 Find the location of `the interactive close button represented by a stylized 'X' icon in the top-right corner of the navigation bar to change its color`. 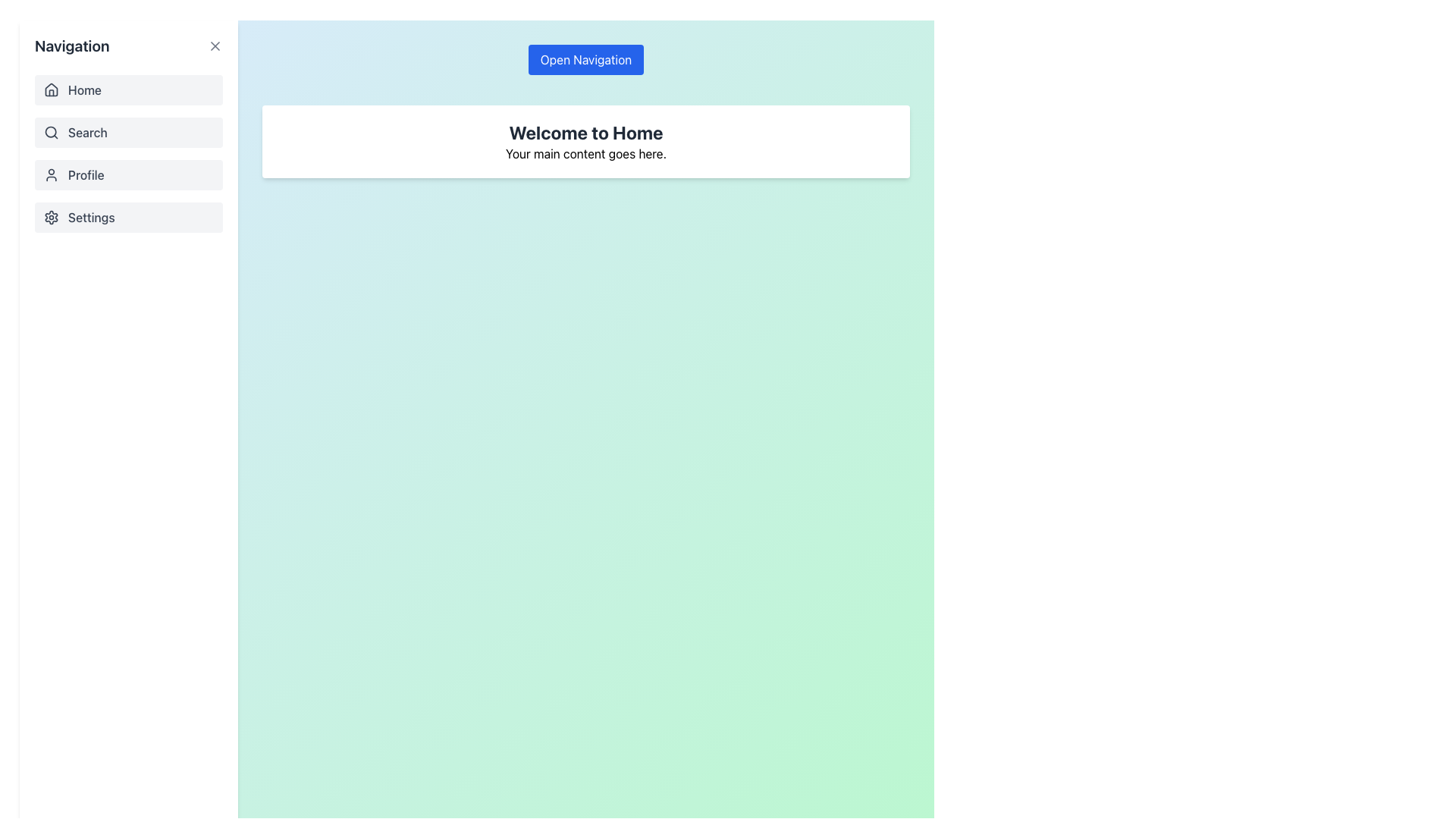

the interactive close button represented by a stylized 'X' icon in the top-right corner of the navigation bar to change its color is located at coordinates (214, 45).